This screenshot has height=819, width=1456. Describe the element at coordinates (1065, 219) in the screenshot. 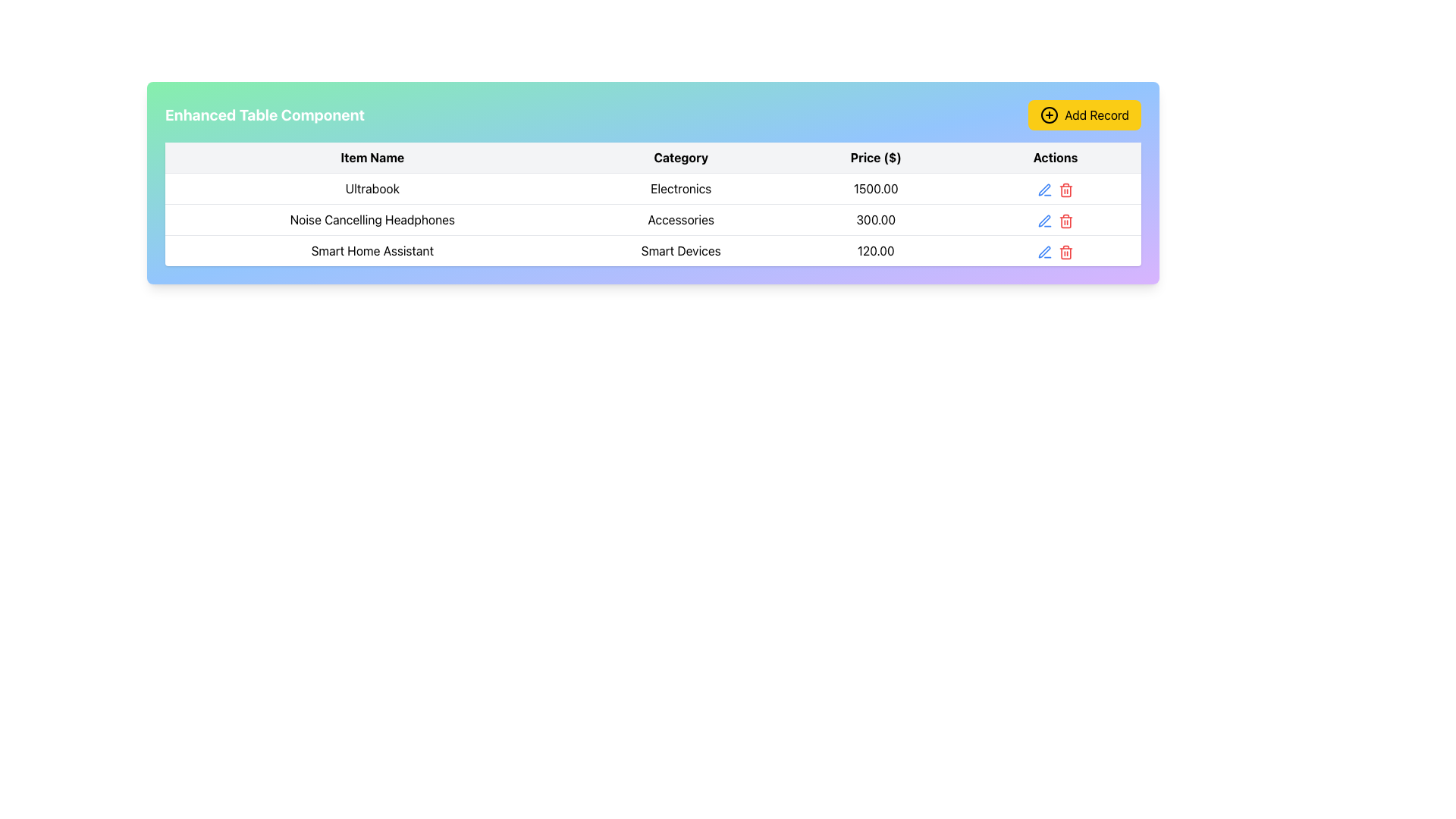

I see `the delete action icon in the 'Actions' column of the second row of the table` at that location.